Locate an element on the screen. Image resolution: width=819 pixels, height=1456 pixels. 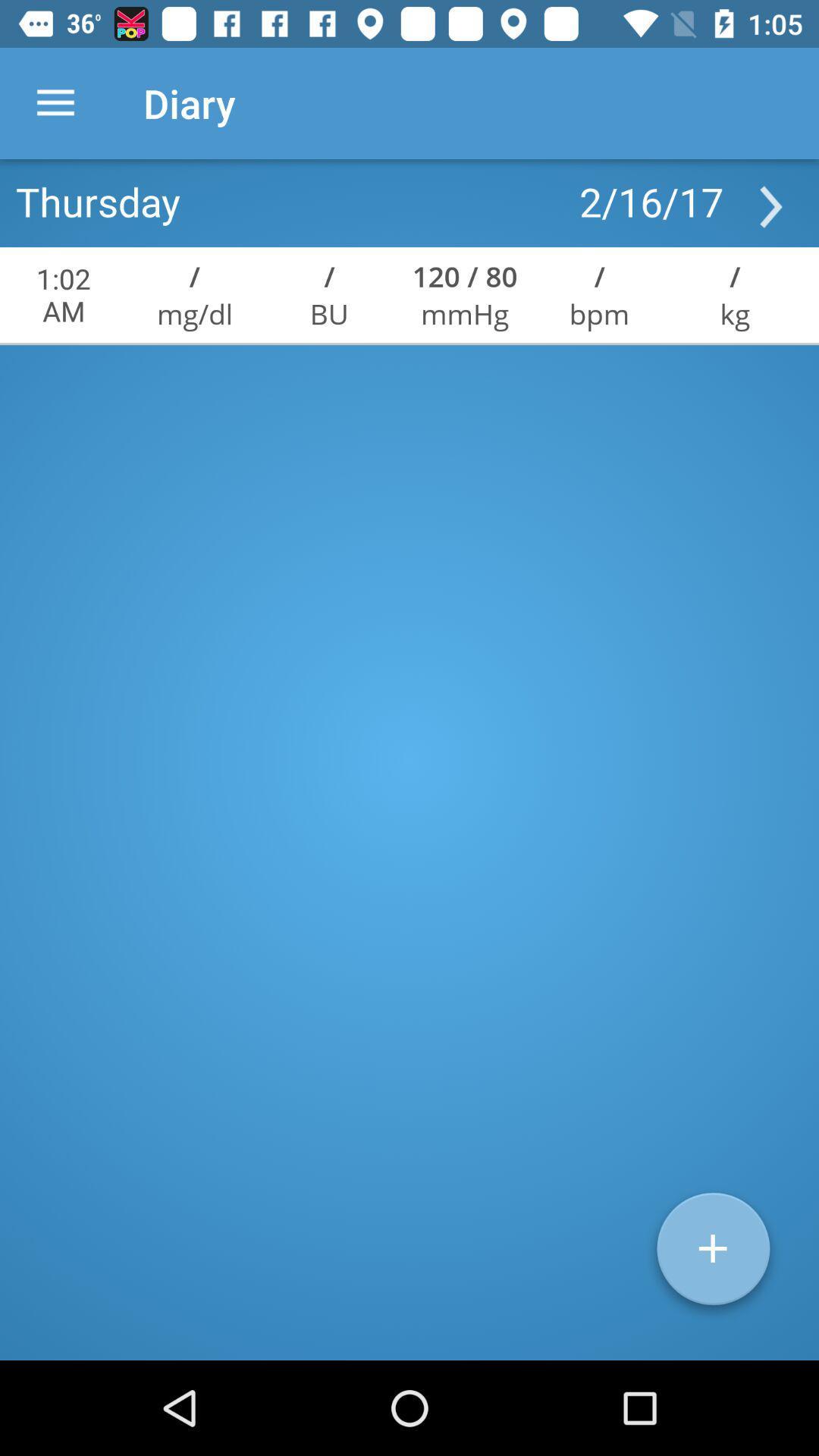
item below the 120 / 80 is located at coordinates (464, 312).